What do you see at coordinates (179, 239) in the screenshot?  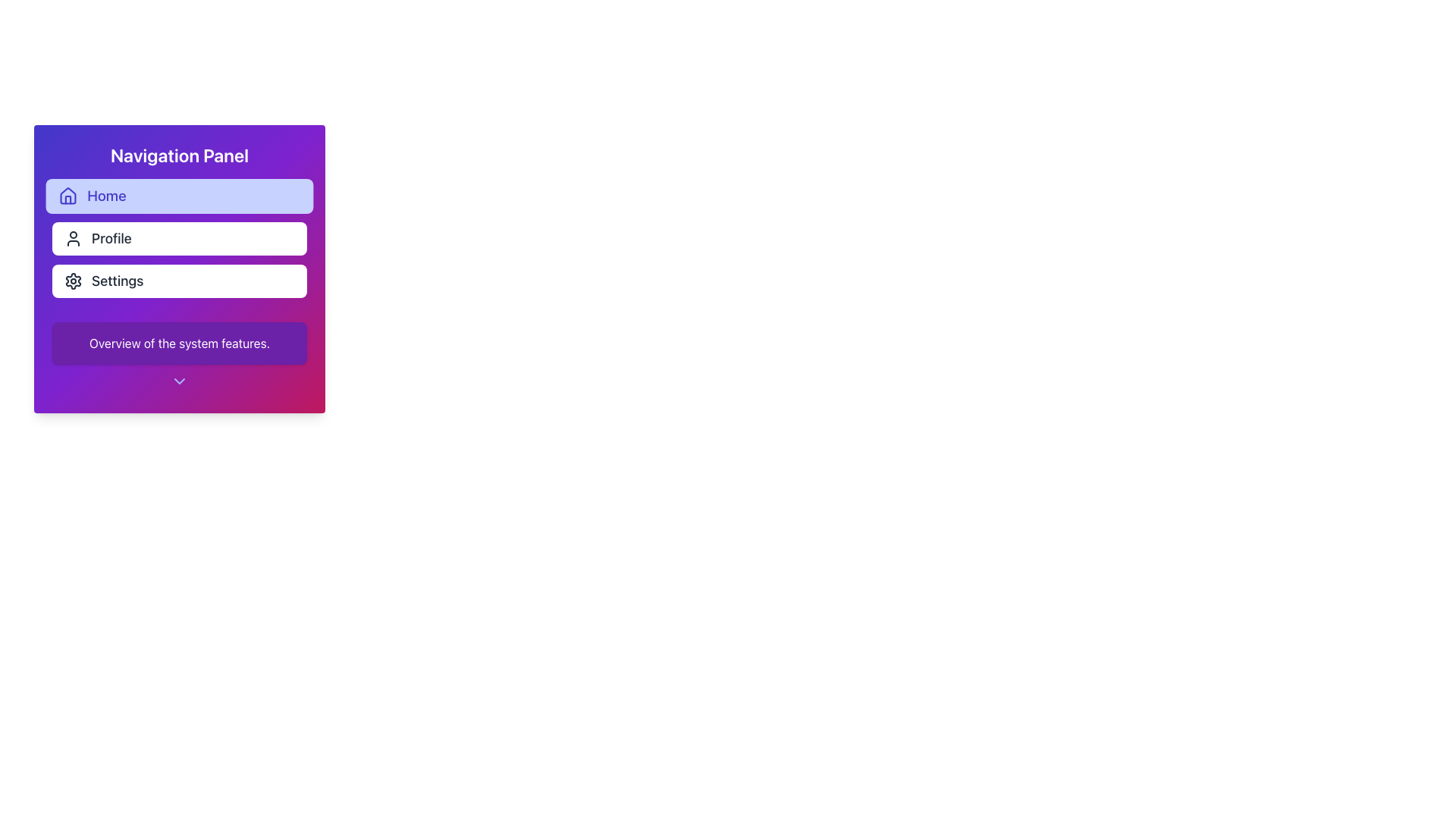 I see `the 'Profile' button, which is a rectangular button with a white background and rounded corners, located below the 'Home' button in the Navigation Panel` at bounding box center [179, 239].